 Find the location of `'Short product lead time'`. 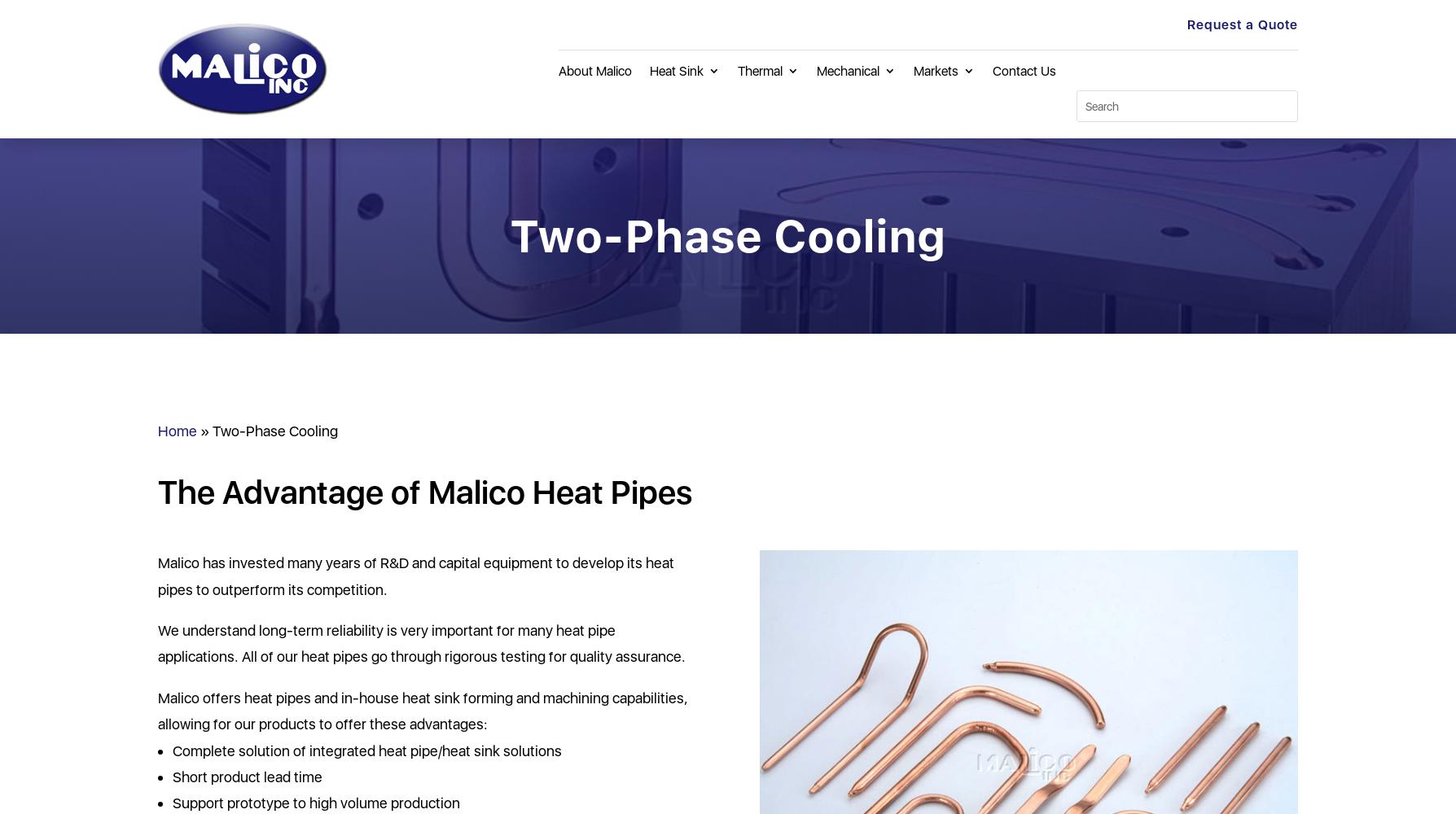

'Short product lead time' is located at coordinates (173, 776).